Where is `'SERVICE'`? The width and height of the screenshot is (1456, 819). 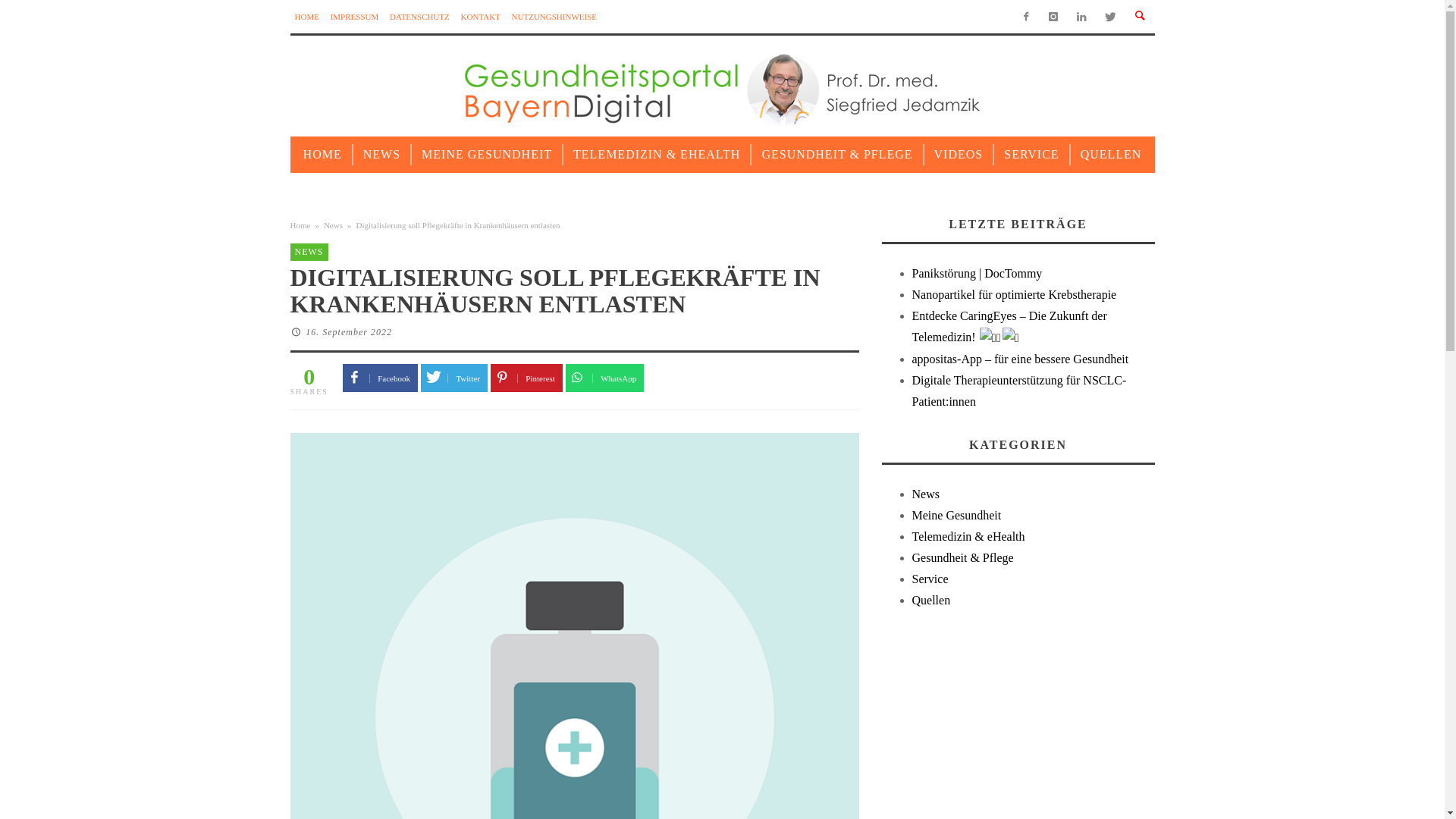 'SERVICE' is located at coordinates (994, 155).